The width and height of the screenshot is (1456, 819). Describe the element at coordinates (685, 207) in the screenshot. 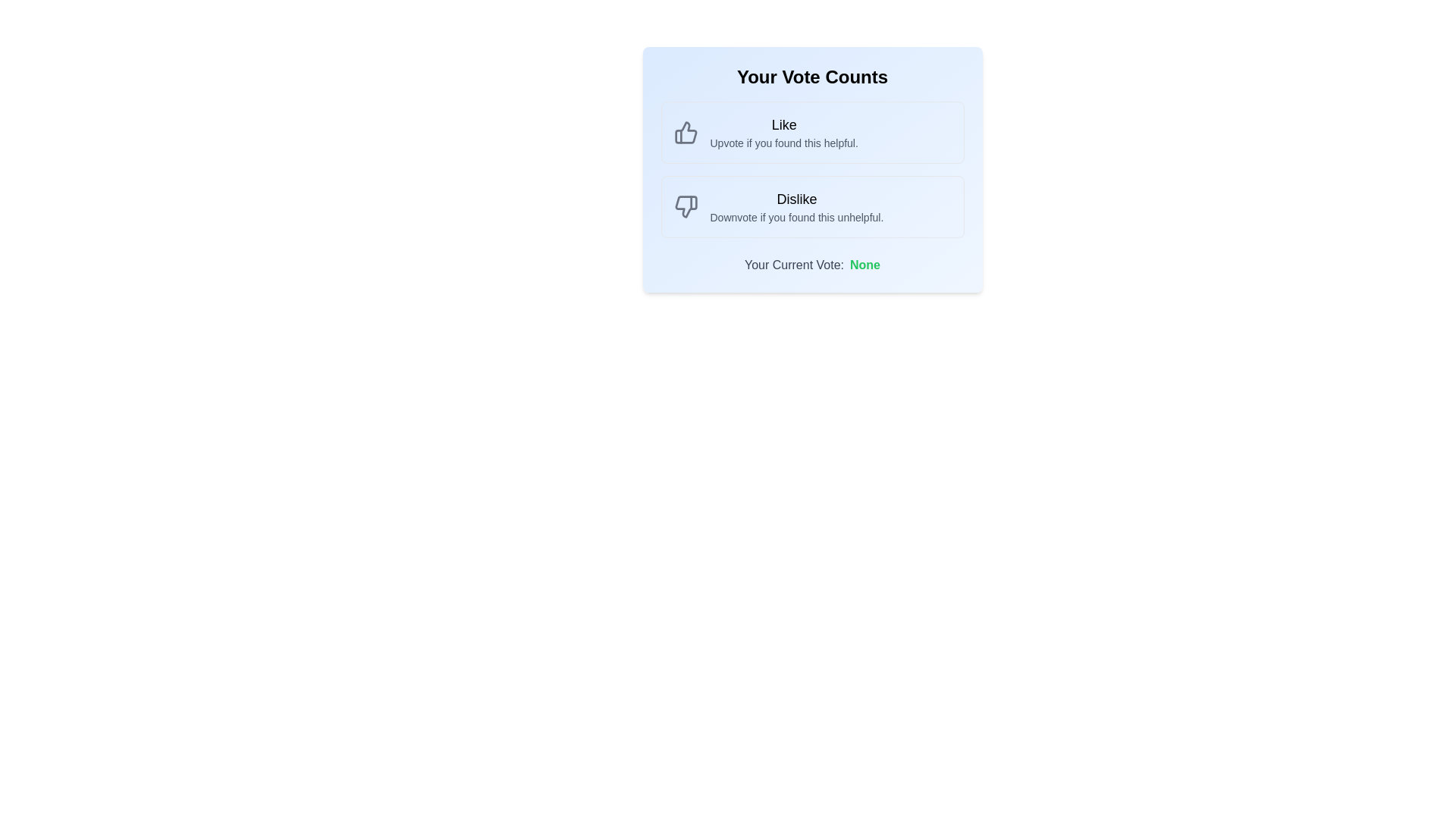

I see `the visual representation of the thumbs-down icon's lower base segment, which symbolizes dislike or negative feedback, located beneath the 'Dislike' label` at that location.